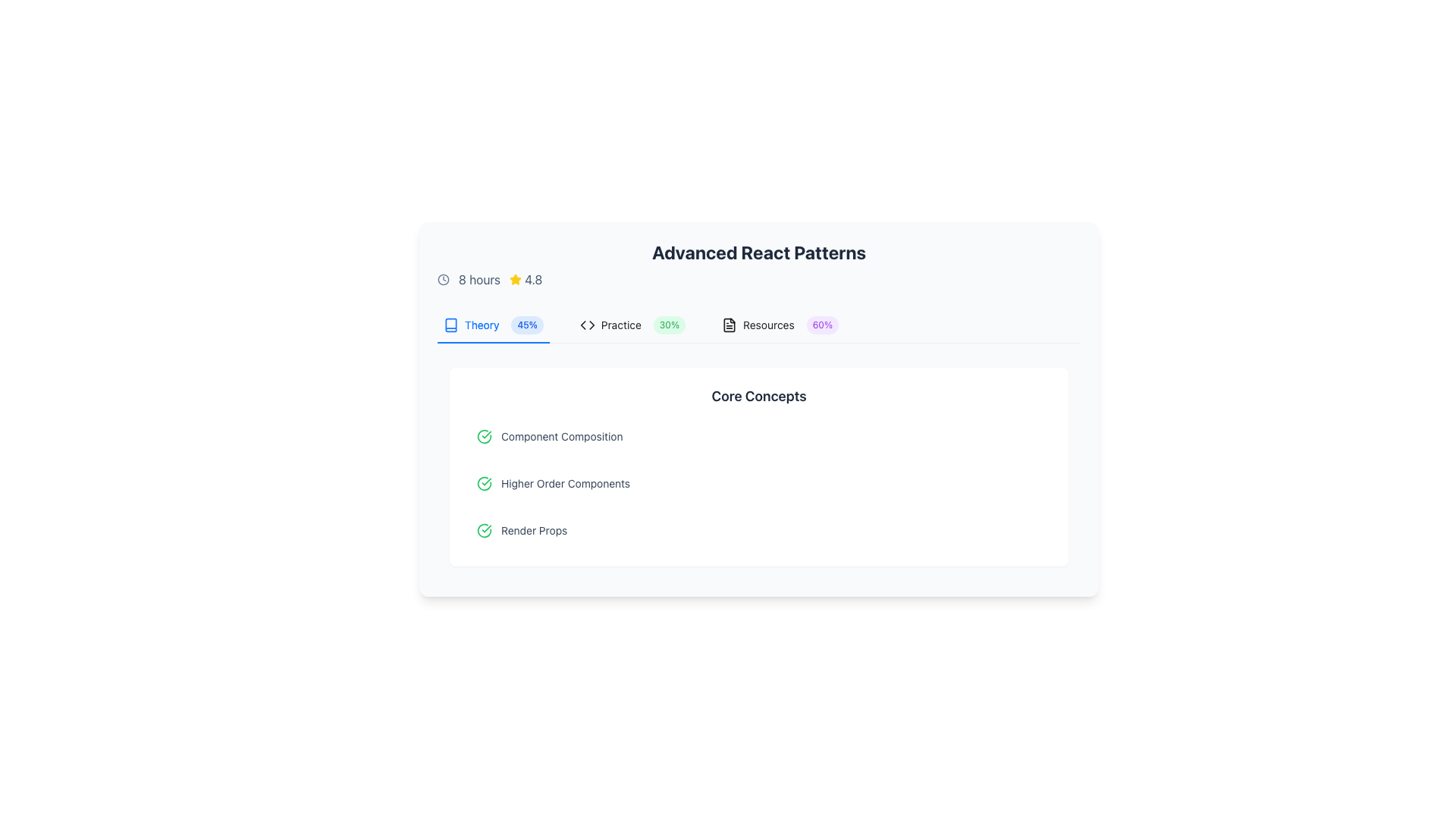  Describe the element at coordinates (621, 324) in the screenshot. I see `the 'Advanced React Patterns' text label` at that location.